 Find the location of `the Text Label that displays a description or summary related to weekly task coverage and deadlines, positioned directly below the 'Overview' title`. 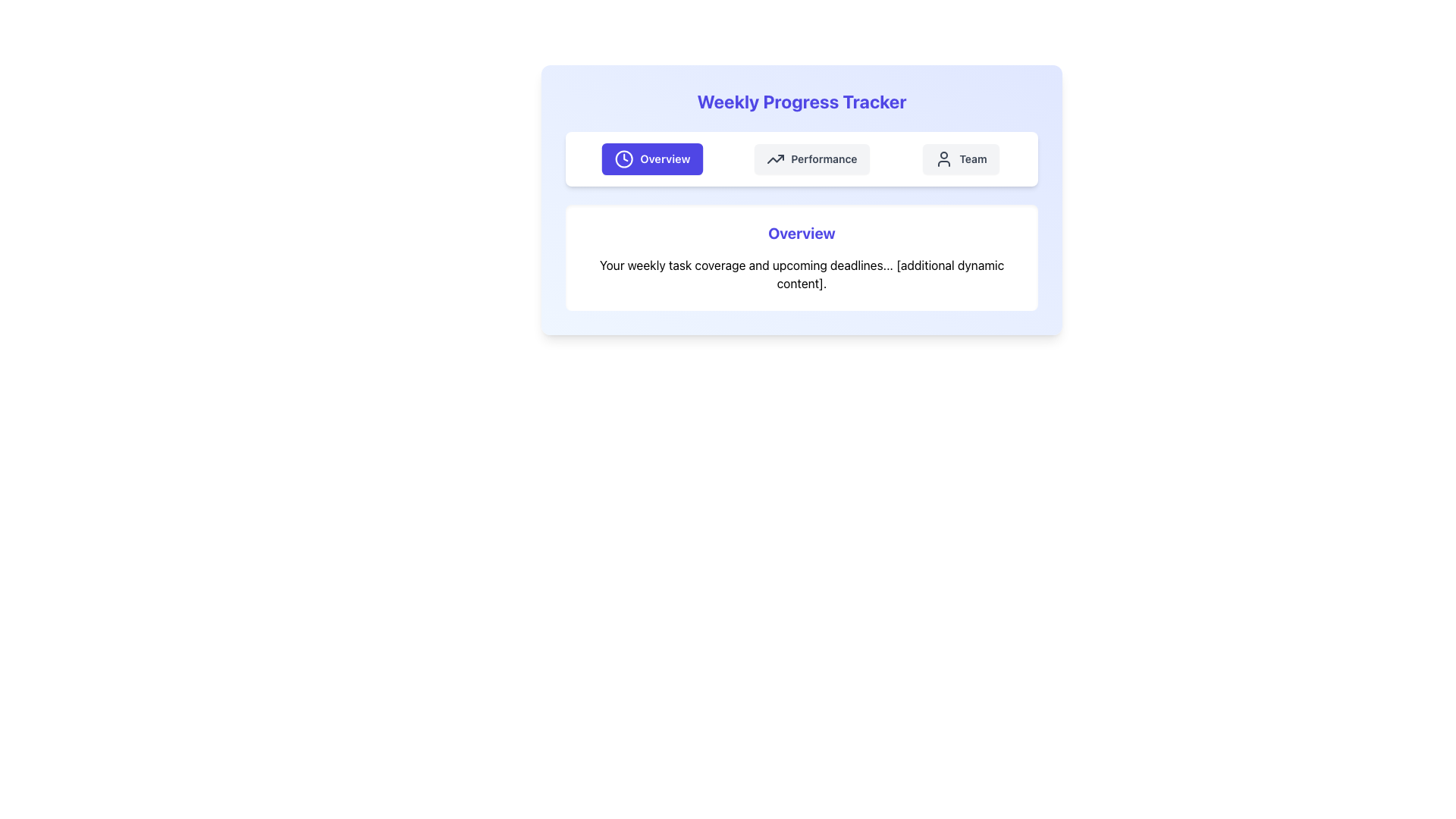

the Text Label that displays a description or summary related to weekly task coverage and deadlines, positioned directly below the 'Overview' title is located at coordinates (801, 275).